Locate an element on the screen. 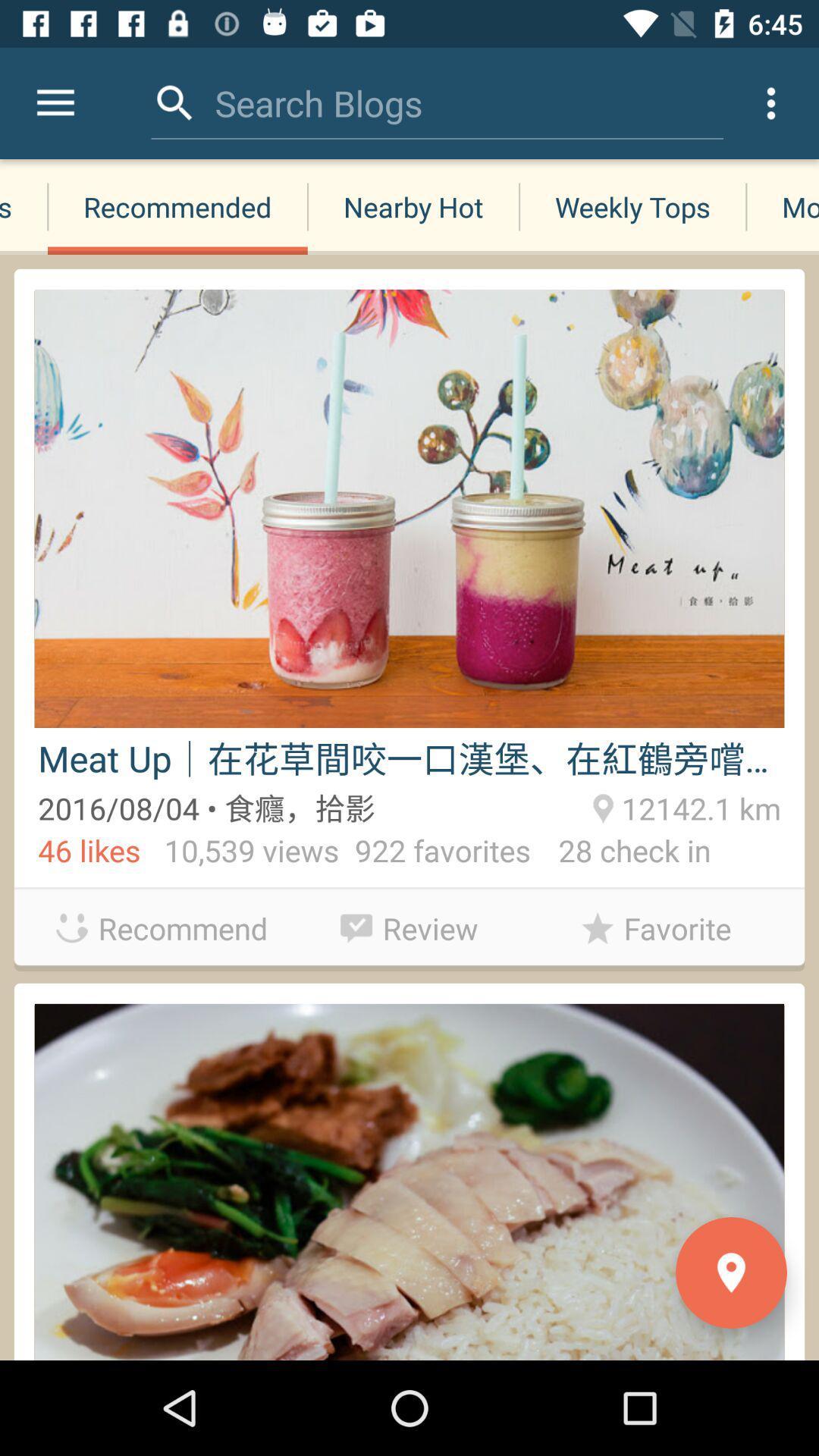  item below search blogs item is located at coordinates (413, 206).